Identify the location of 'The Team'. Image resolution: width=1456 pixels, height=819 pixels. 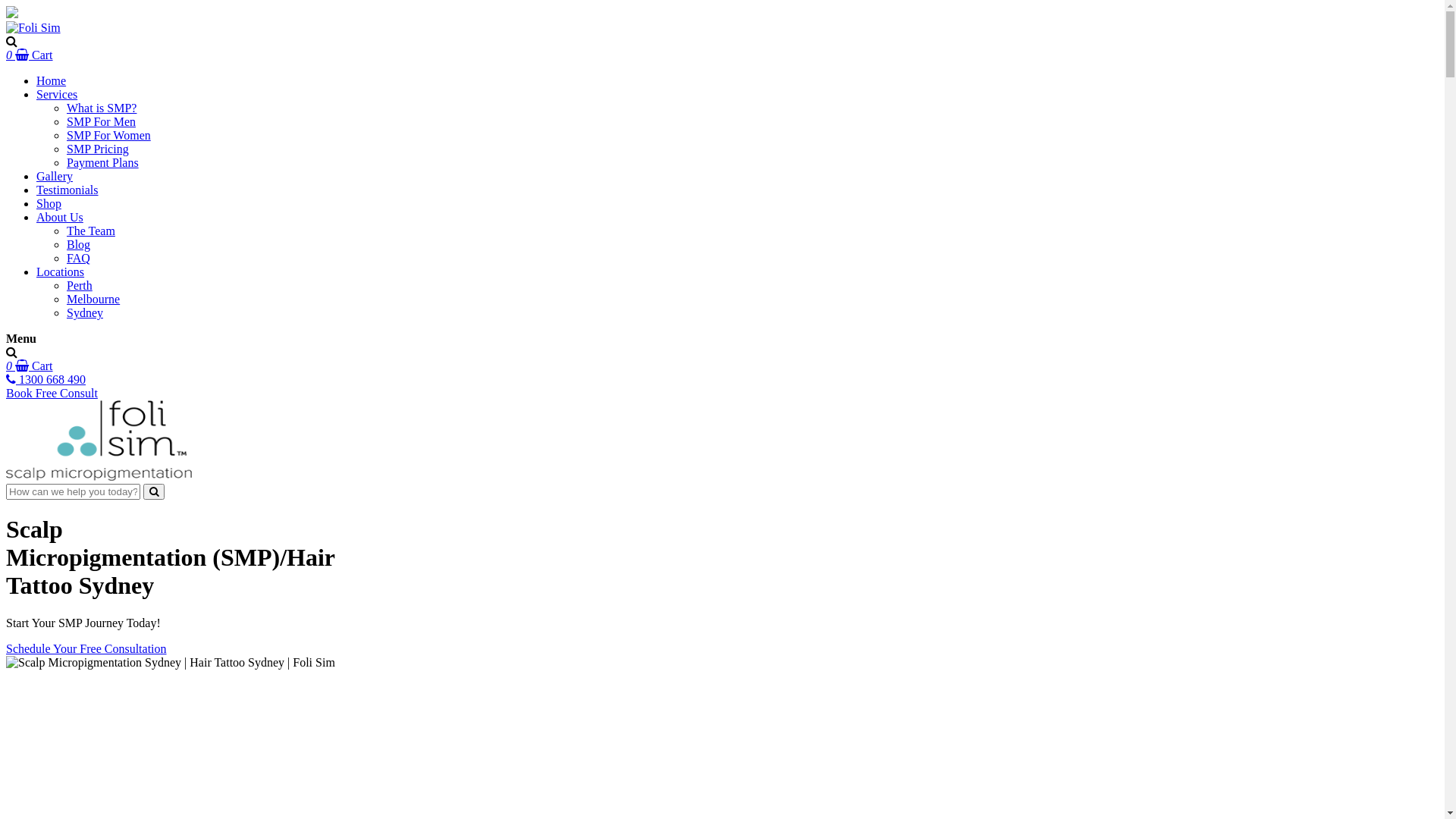
(65, 231).